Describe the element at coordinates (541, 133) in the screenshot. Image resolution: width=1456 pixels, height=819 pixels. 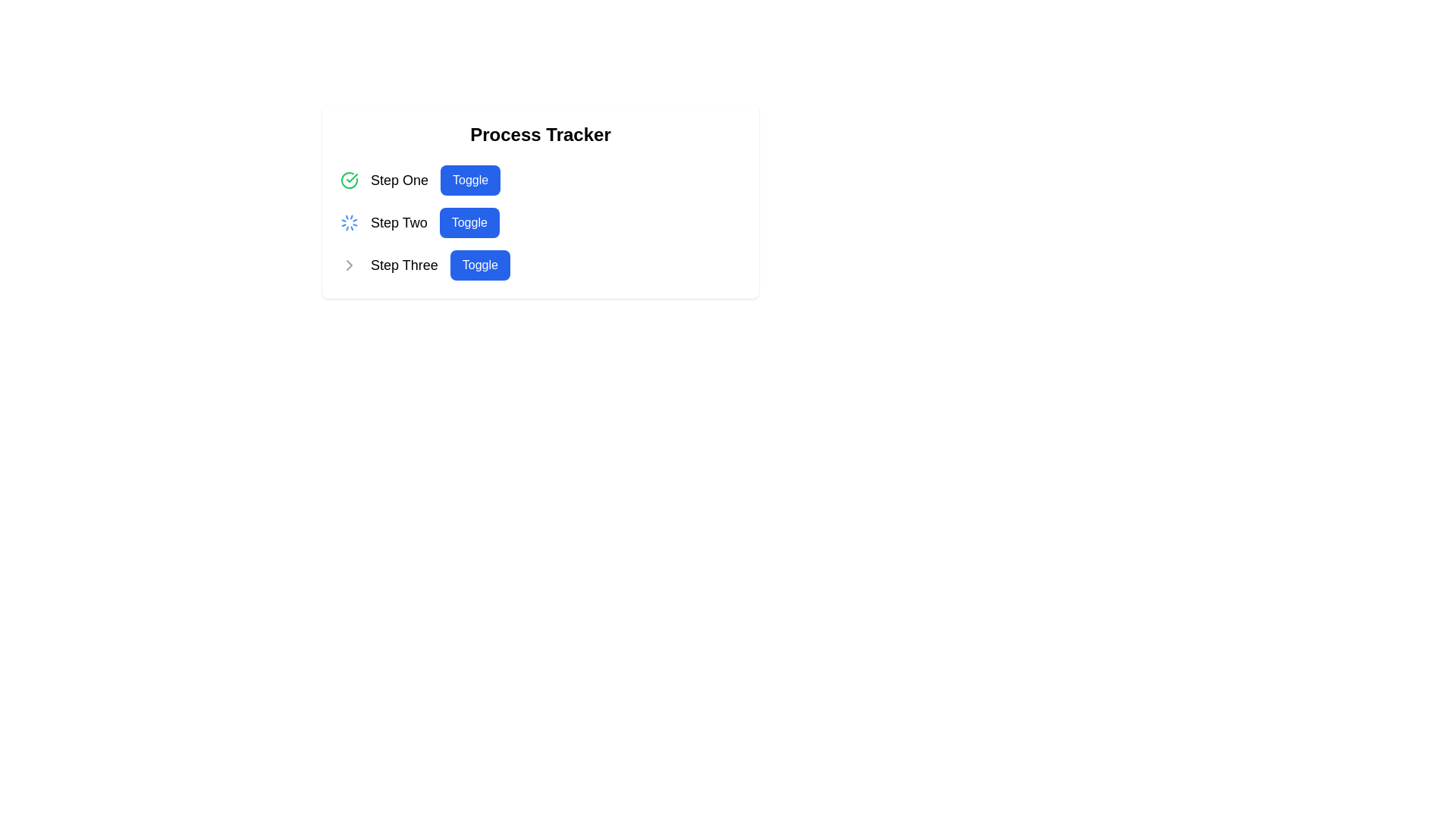
I see `text of the heading element located at the top of the card-like section, which serves as the title for the content below` at that location.